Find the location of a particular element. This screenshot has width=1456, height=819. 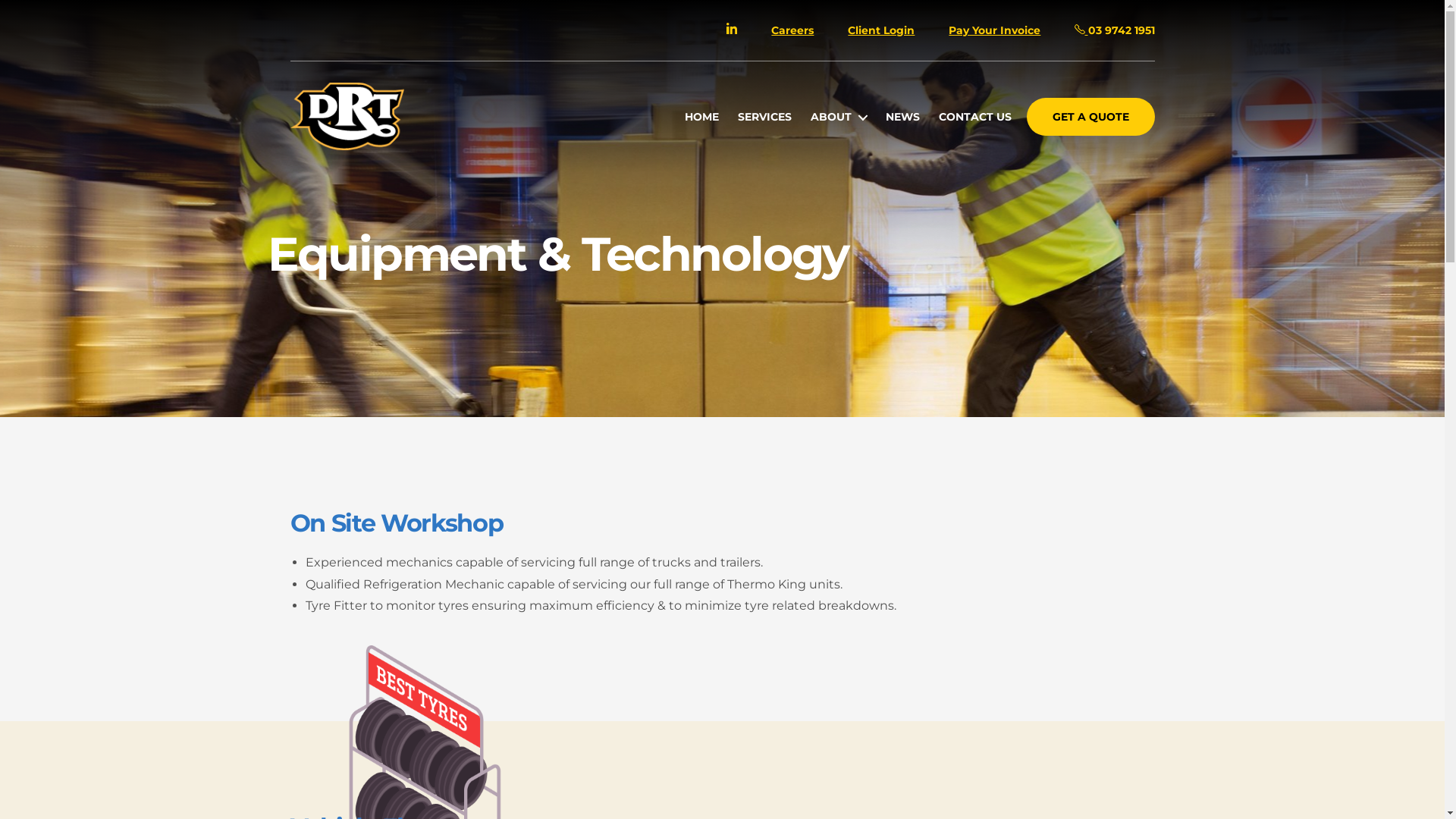

'Client Login' is located at coordinates (847, 30).